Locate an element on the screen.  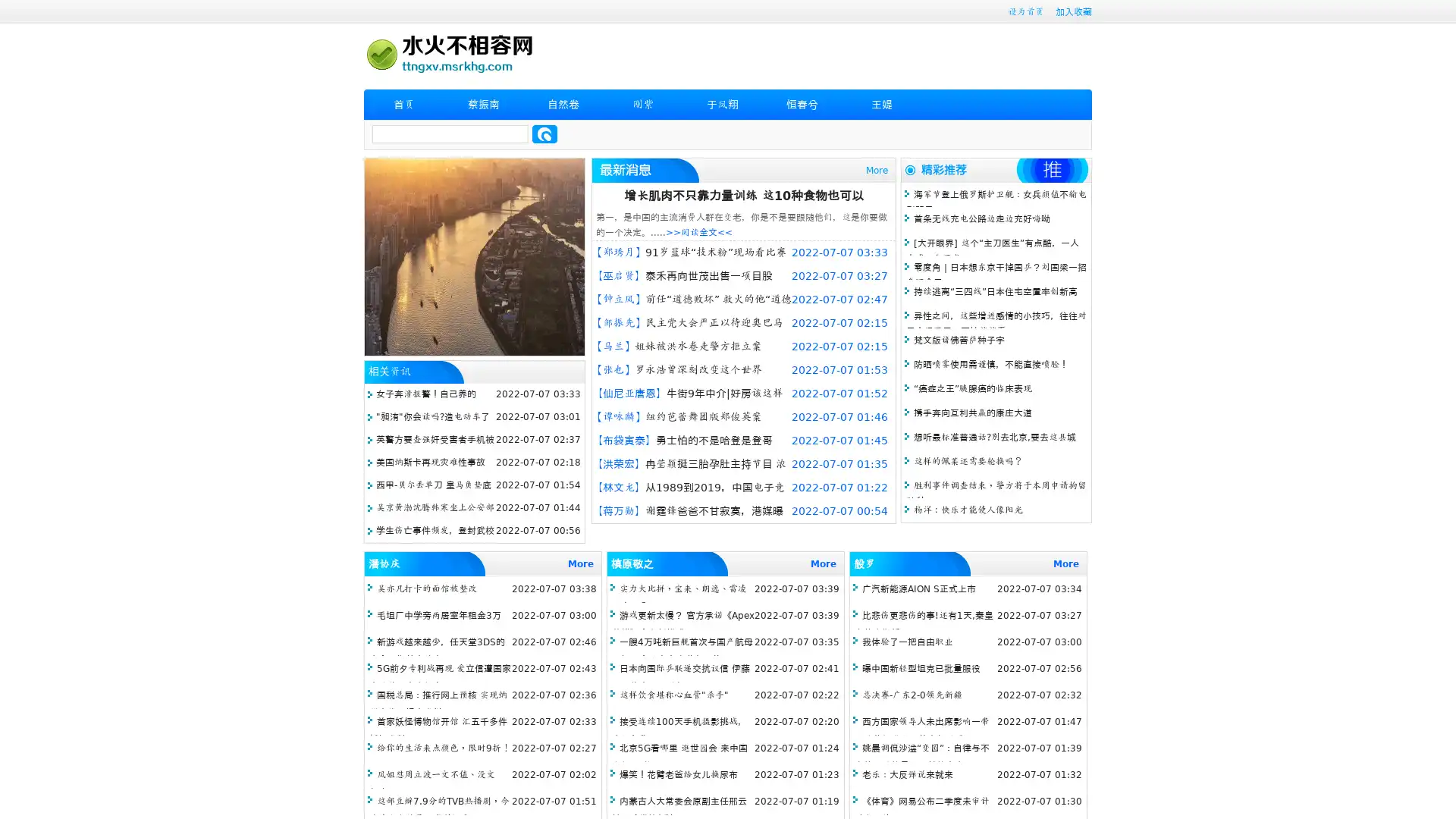
Search is located at coordinates (544, 133).